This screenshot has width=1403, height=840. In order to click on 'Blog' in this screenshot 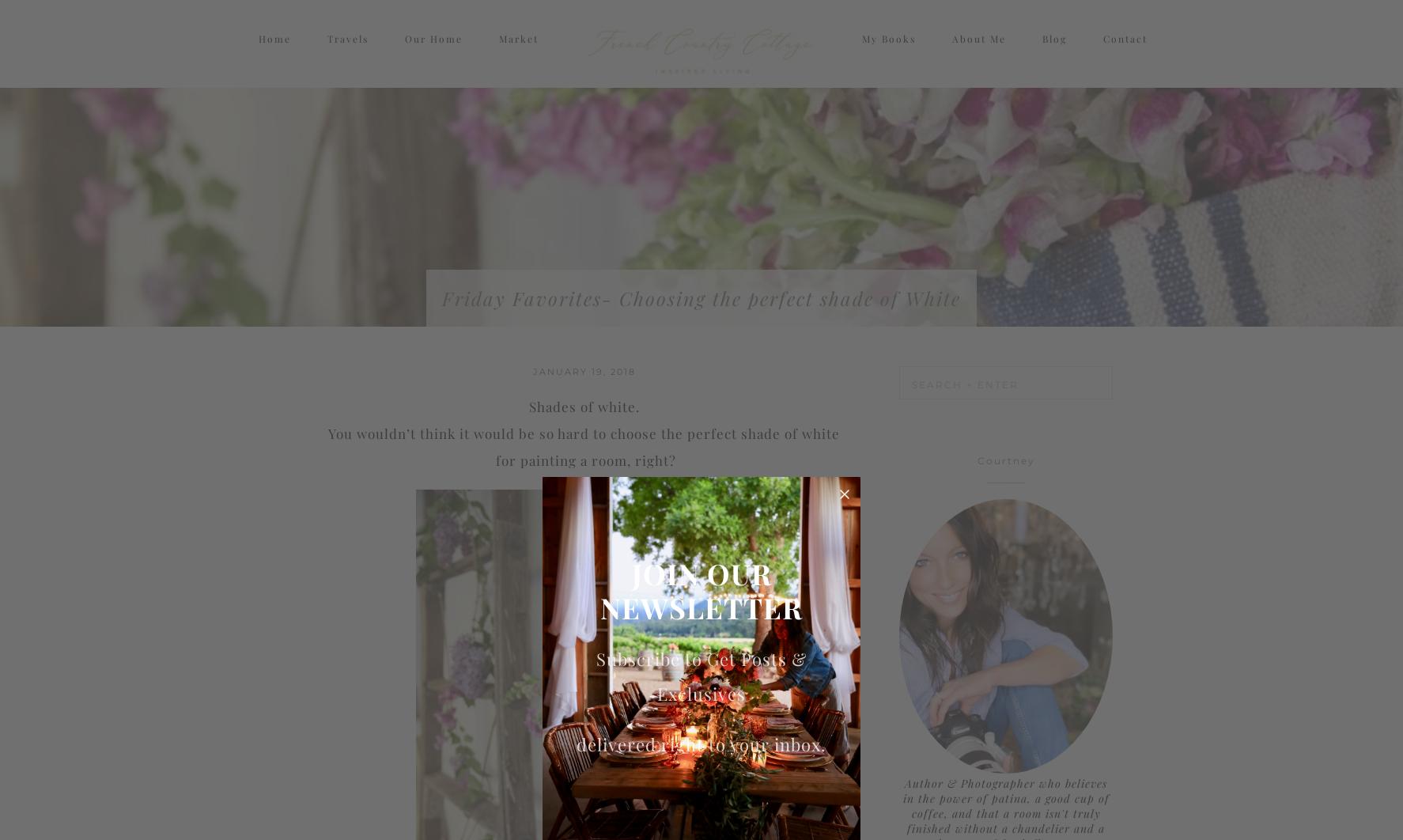, I will do `click(1053, 53)`.